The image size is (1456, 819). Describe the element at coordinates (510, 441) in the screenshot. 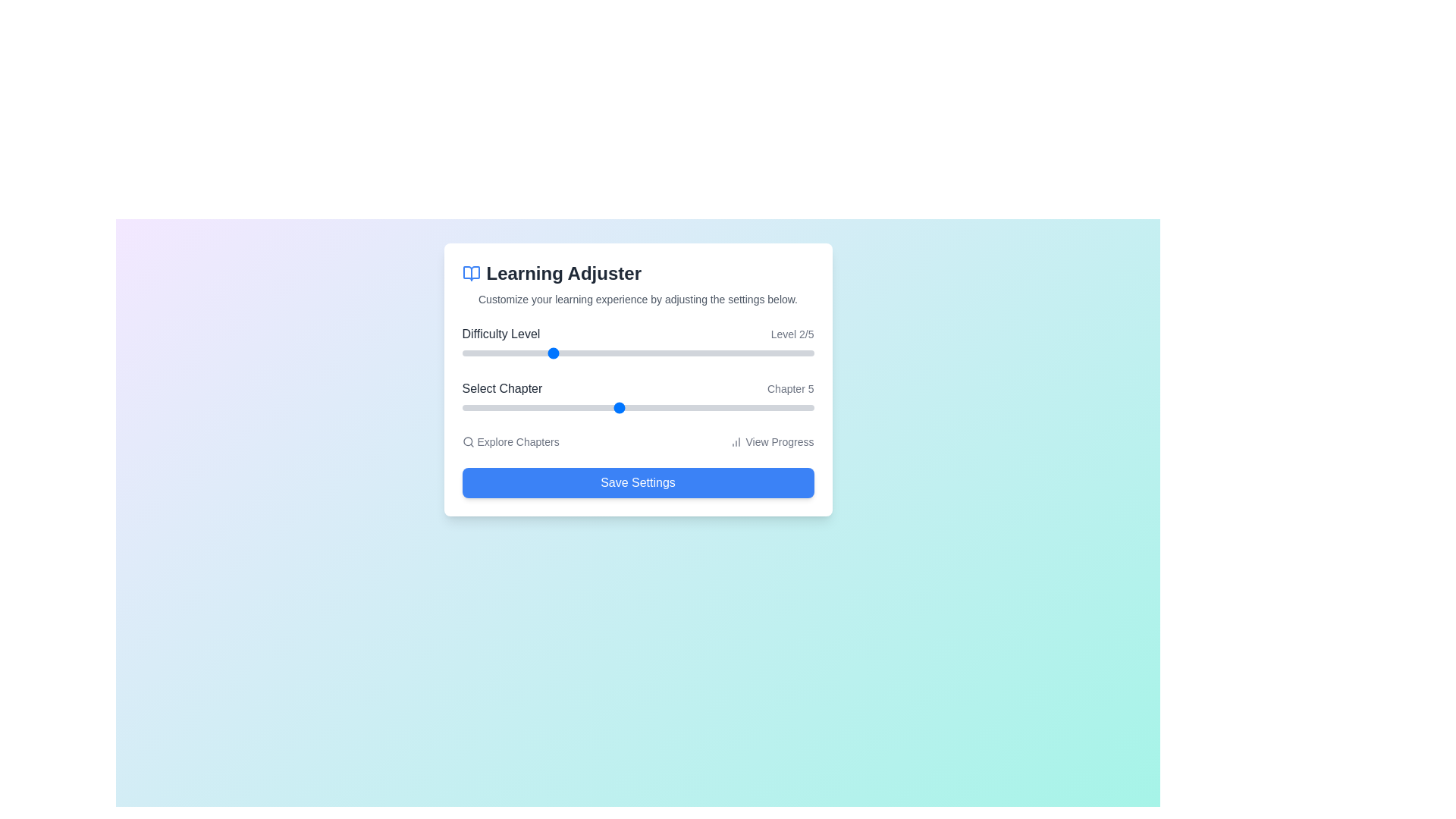

I see `the 'Explore Chapters' text label with the magnifying glass icon, which is the first element in the lower part of the interface` at that location.